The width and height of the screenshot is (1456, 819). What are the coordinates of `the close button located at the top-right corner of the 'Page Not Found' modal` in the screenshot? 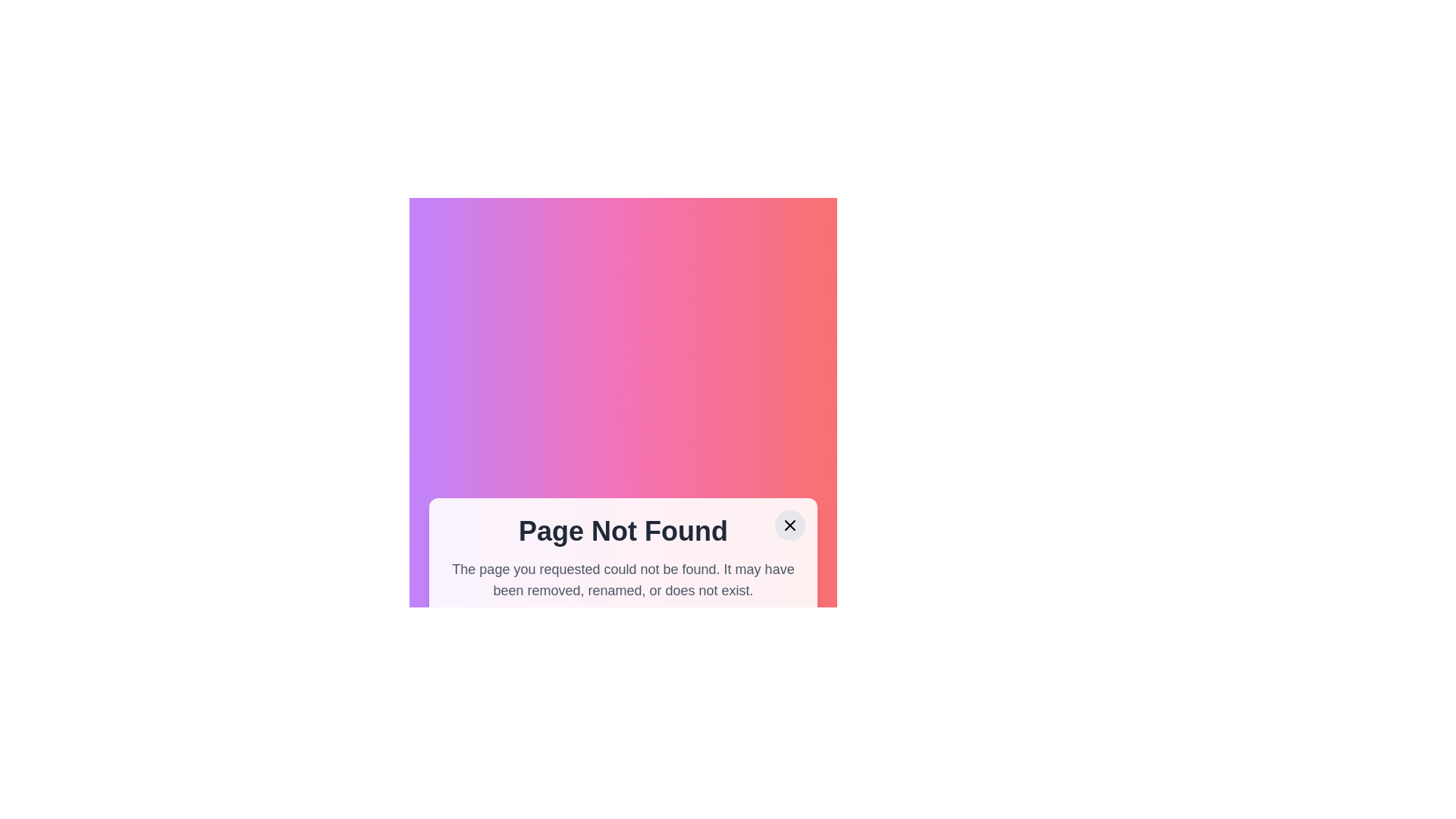 It's located at (789, 523).